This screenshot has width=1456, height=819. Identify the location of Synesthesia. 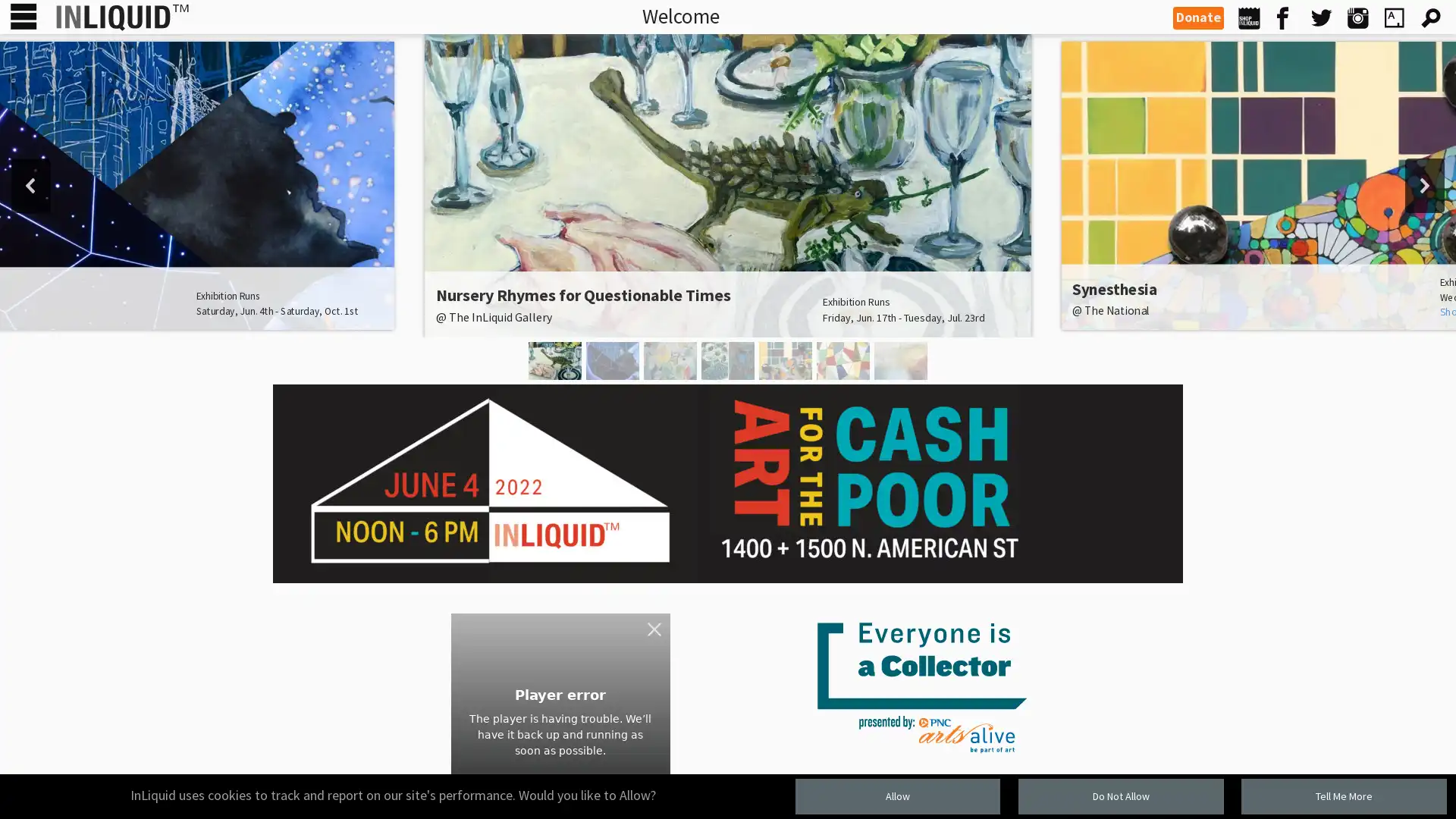
(786, 360).